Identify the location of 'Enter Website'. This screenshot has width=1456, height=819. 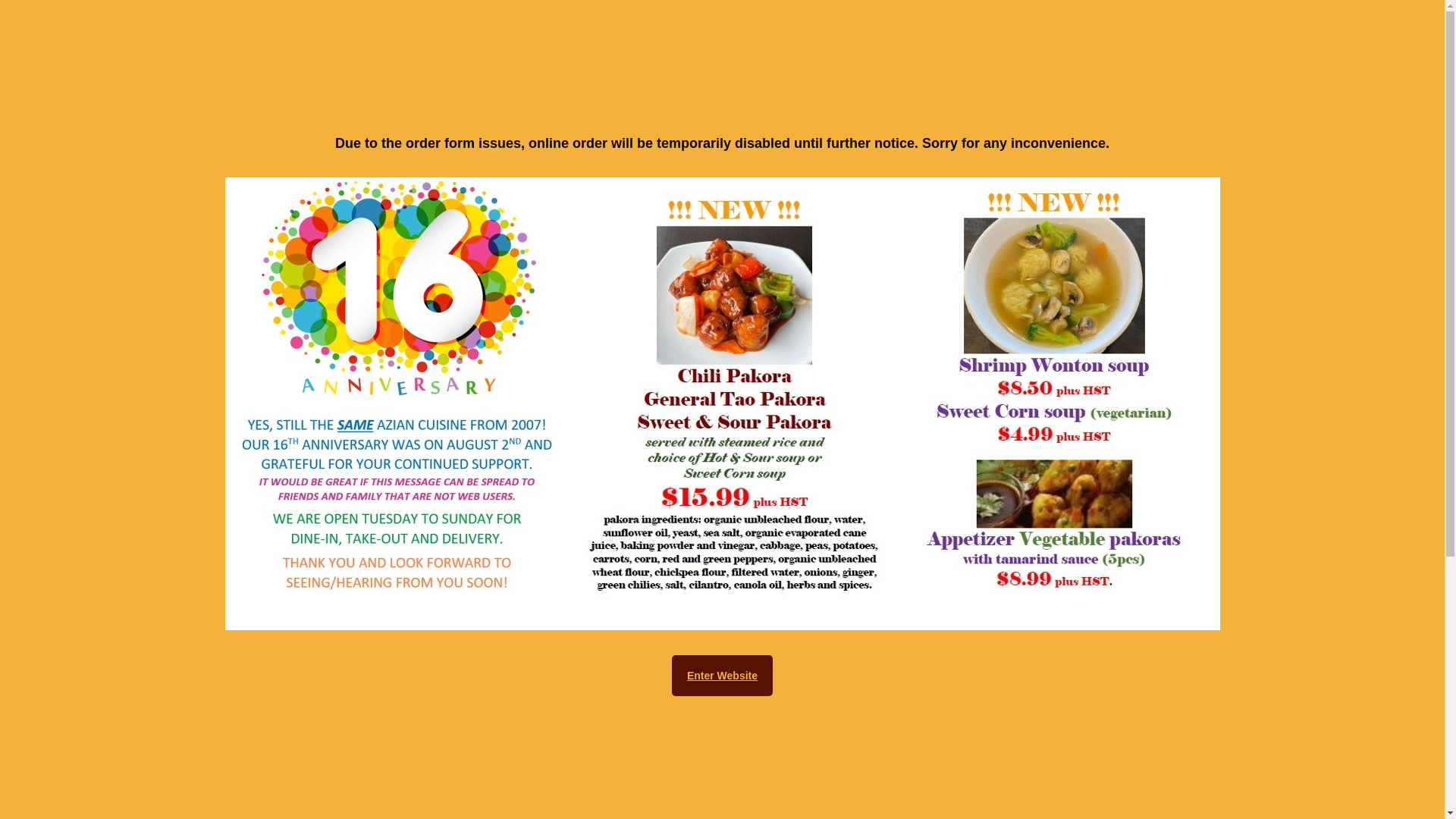
(721, 675).